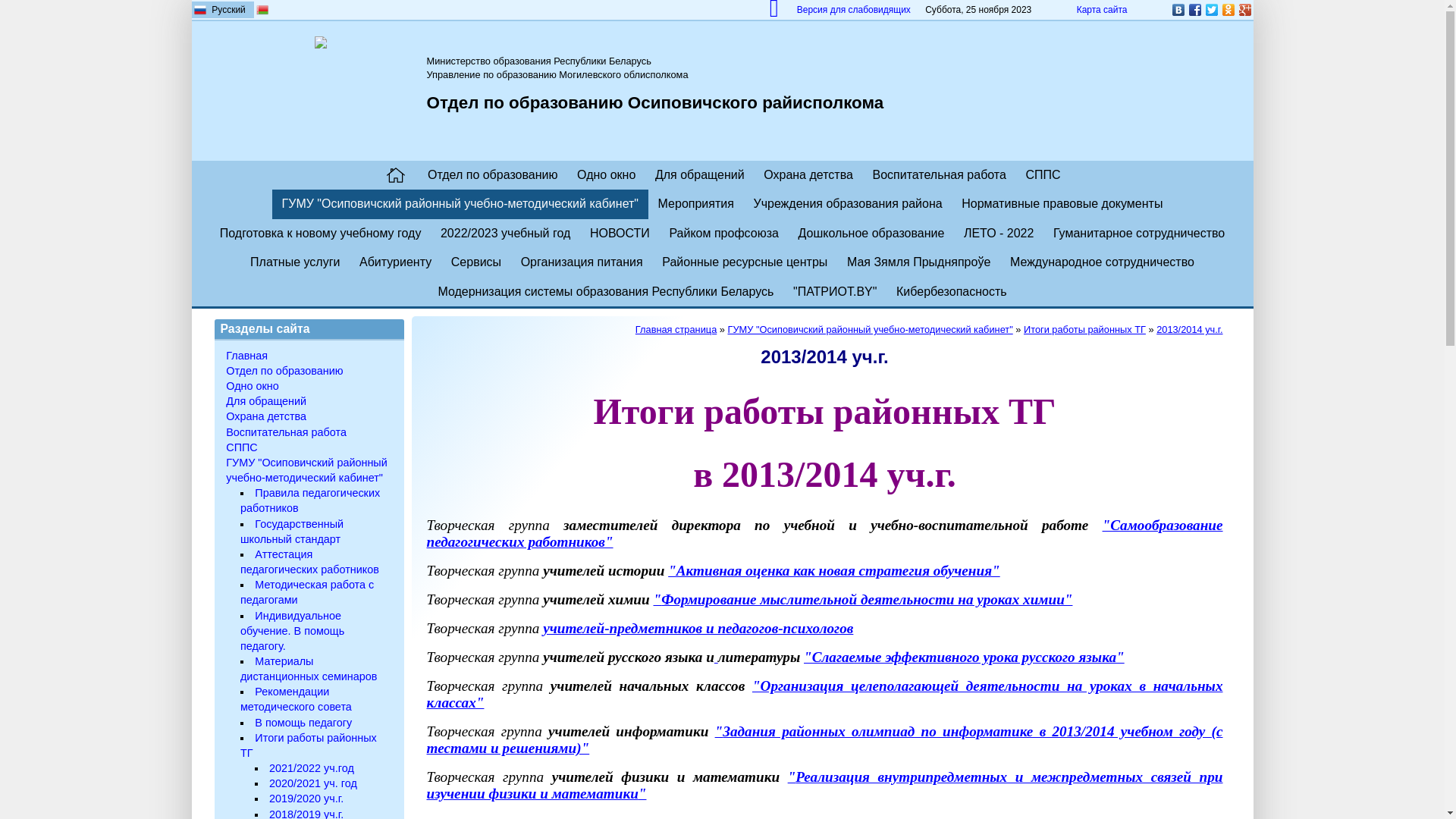 The image size is (1456, 819). I want to click on '"', so click(718, 730).